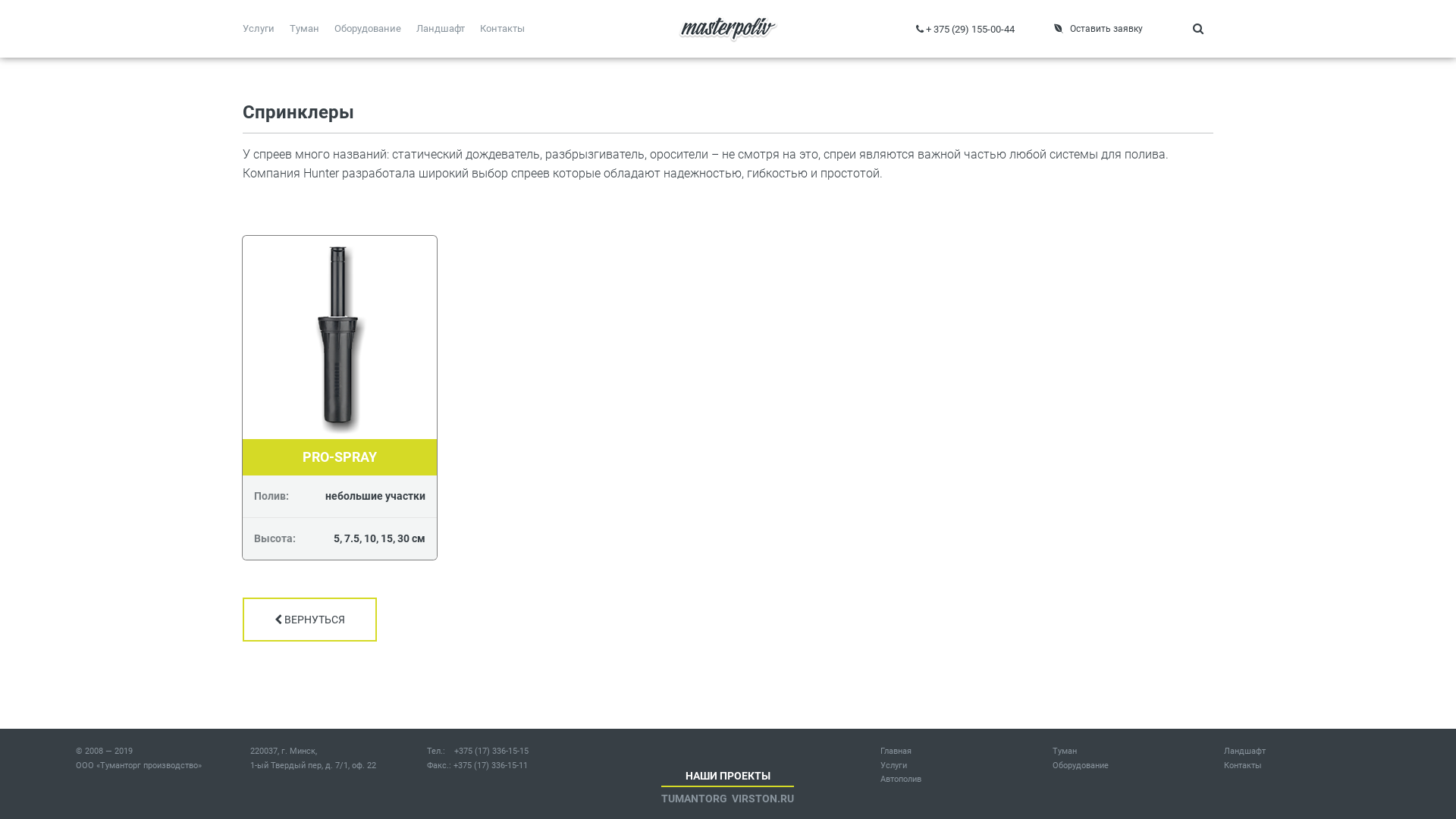  What do you see at coordinates (693, 798) in the screenshot?
I see `'TUMANTORG'` at bounding box center [693, 798].